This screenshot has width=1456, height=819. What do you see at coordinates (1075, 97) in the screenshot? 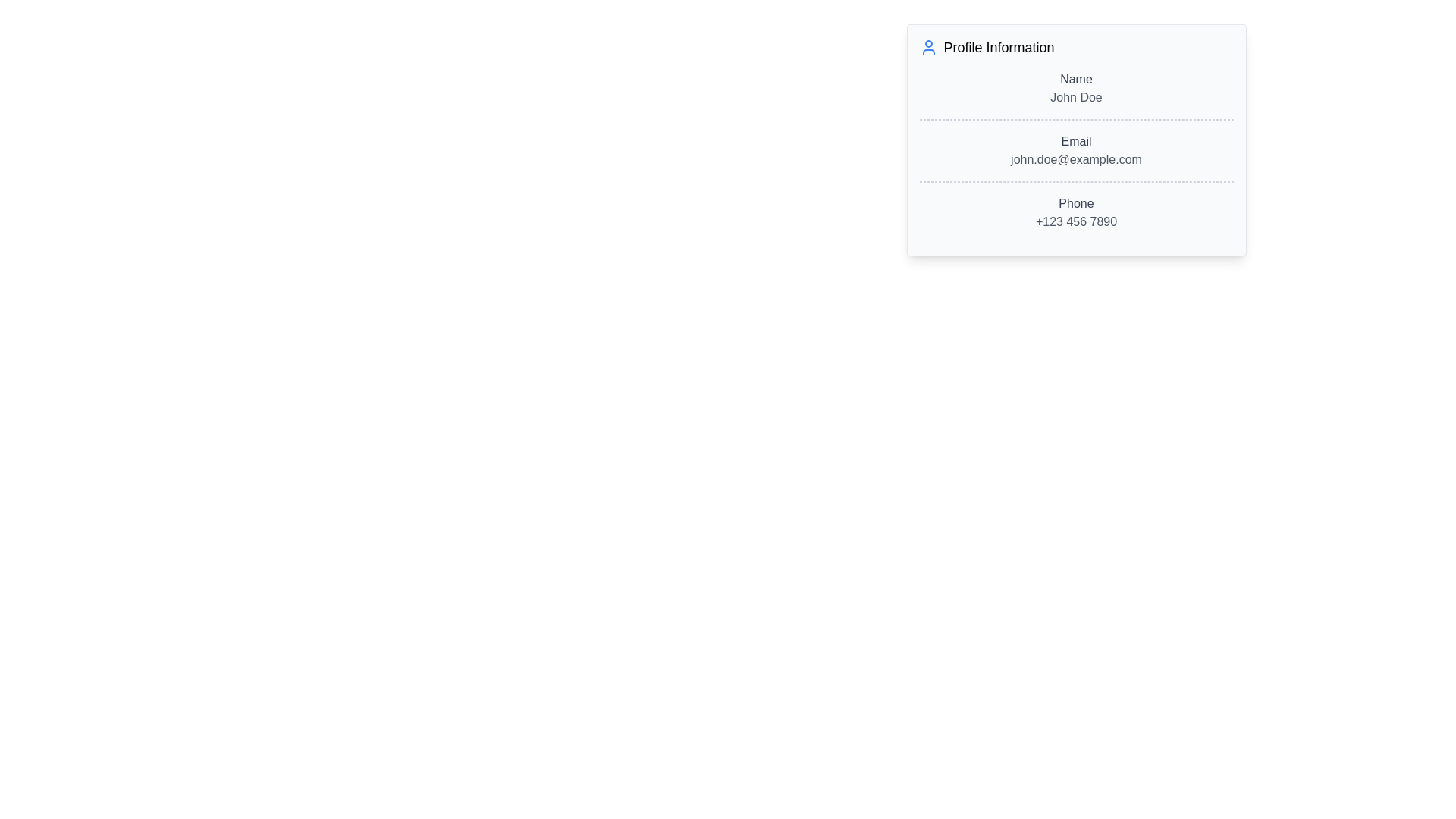
I see `text element displaying 'John Doe', which is styled in gray and is located within a profile information card below the label 'Name'` at bounding box center [1075, 97].